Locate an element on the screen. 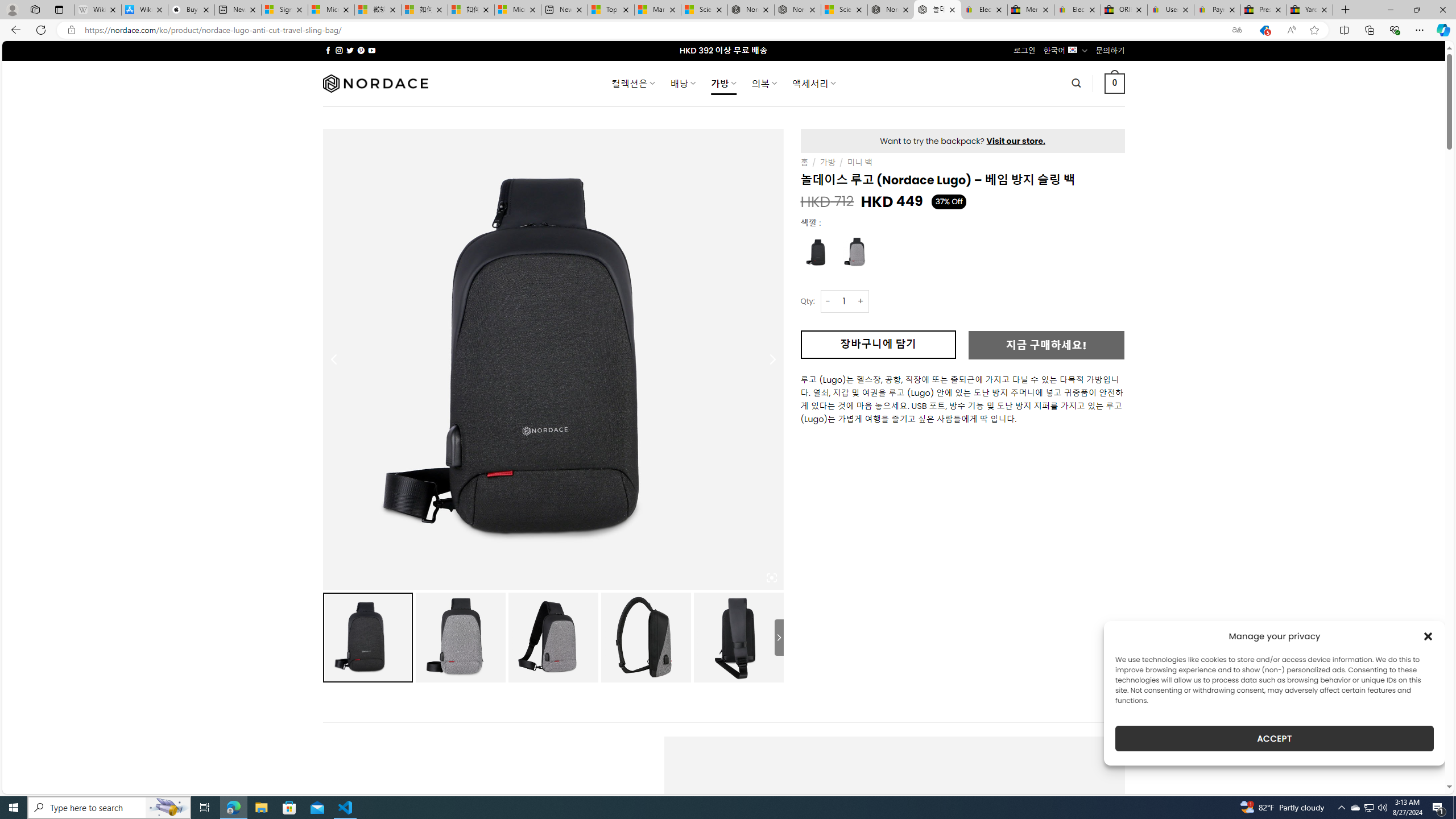 This screenshot has width=1456, height=819. 'Class: cmplz-close' is located at coordinates (1428, 636).